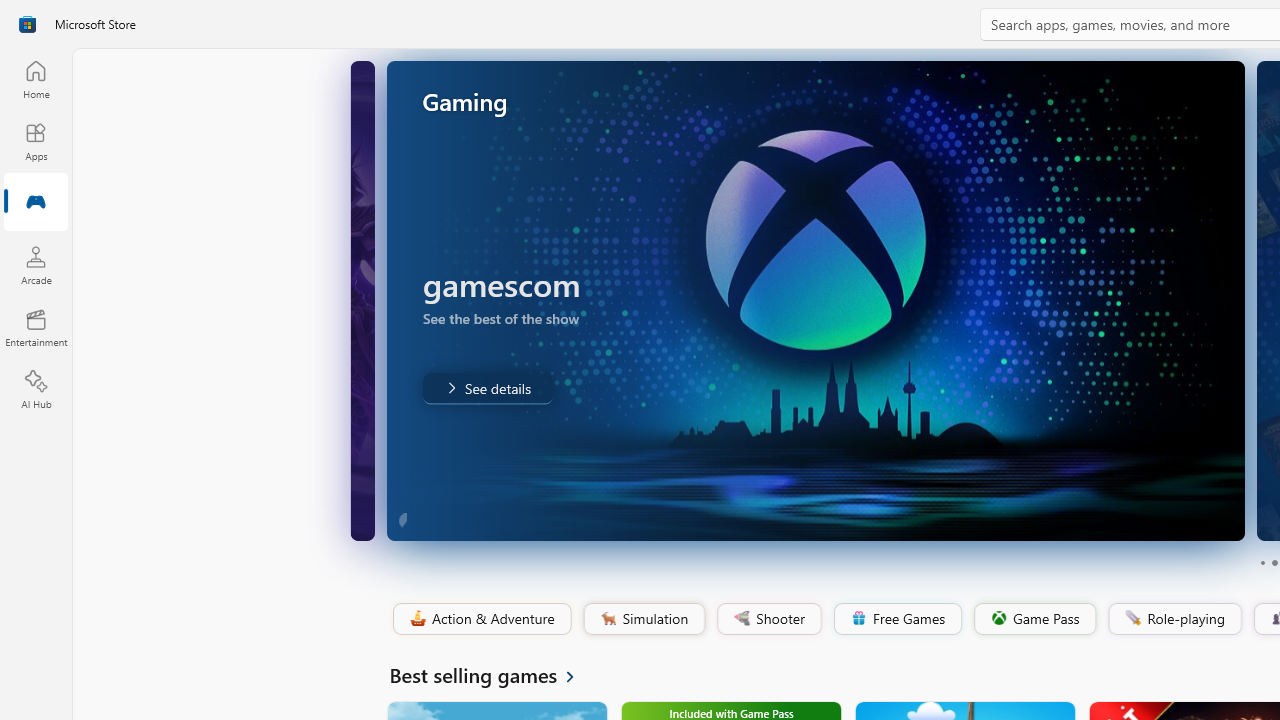 The width and height of the screenshot is (1280, 720). Describe the element at coordinates (1033, 618) in the screenshot. I see `'Game Pass'` at that location.